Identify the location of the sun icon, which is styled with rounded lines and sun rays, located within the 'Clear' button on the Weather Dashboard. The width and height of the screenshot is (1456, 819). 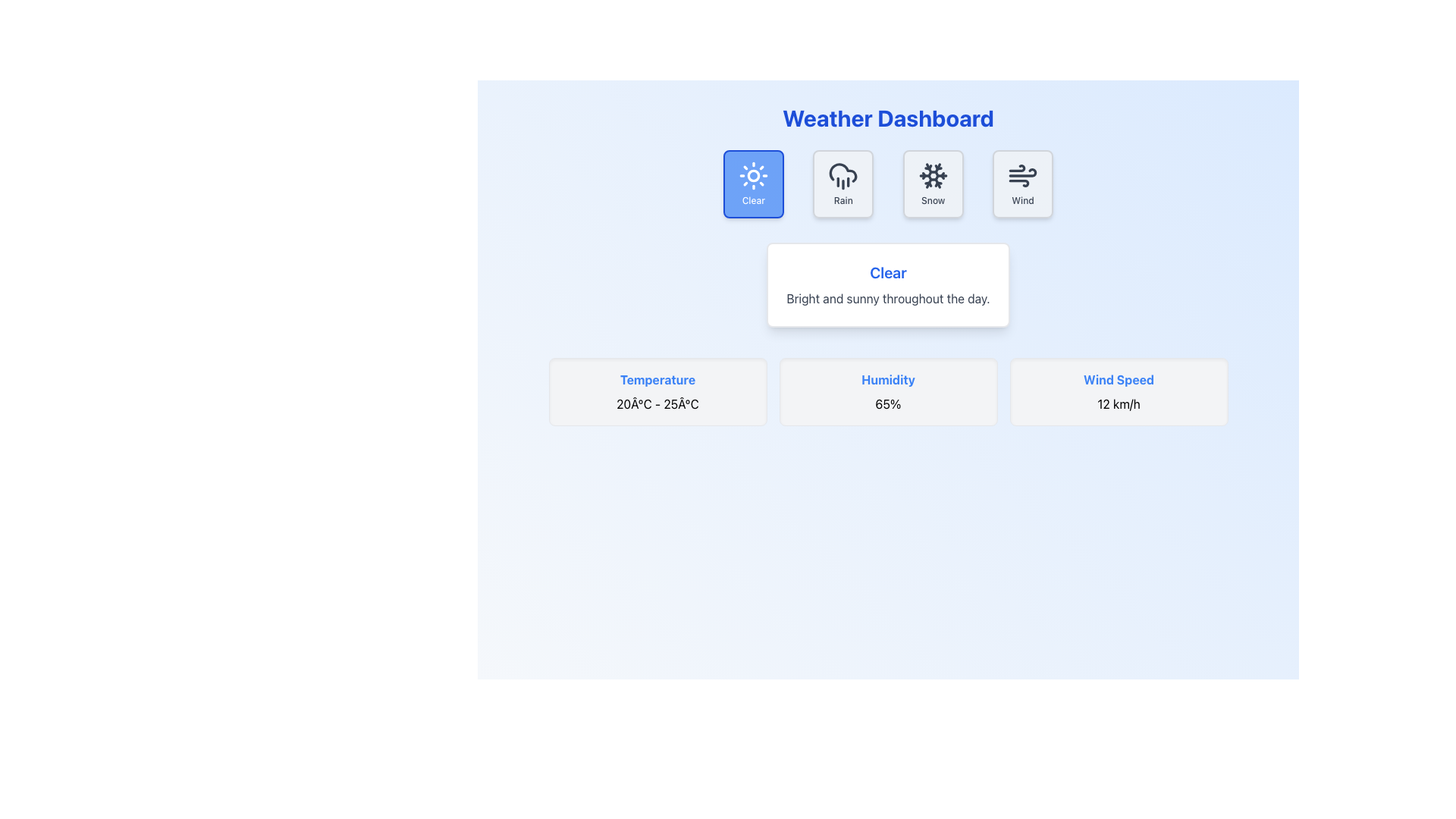
(753, 174).